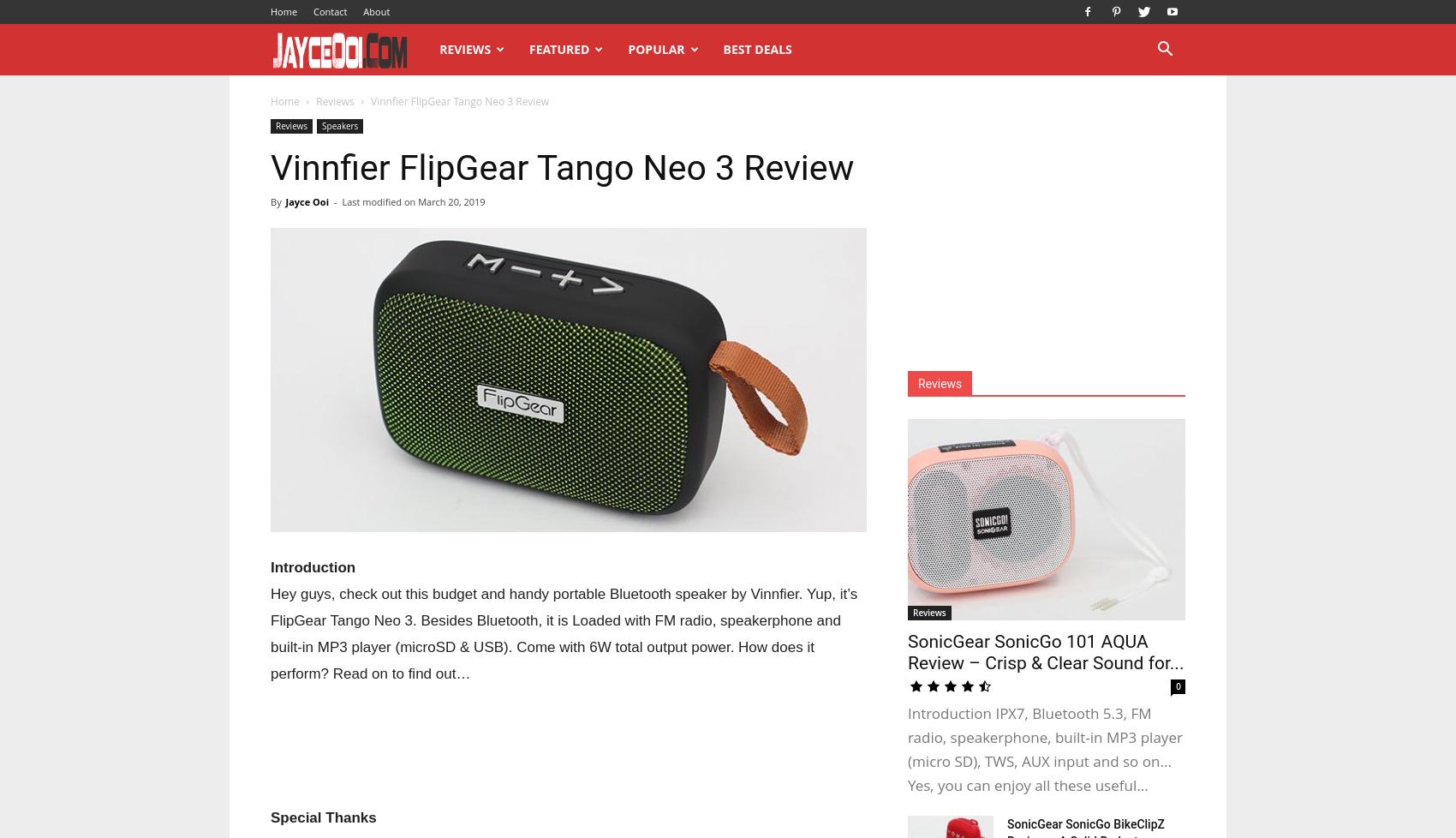 The image size is (1456, 838). What do you see at coordinates (1044, 651) in the screenshot?
I see `'SonicGear SonicGo 101 AQUA Review – Crisp & Clear Sound for...'` at bounding box center [1044, 651].